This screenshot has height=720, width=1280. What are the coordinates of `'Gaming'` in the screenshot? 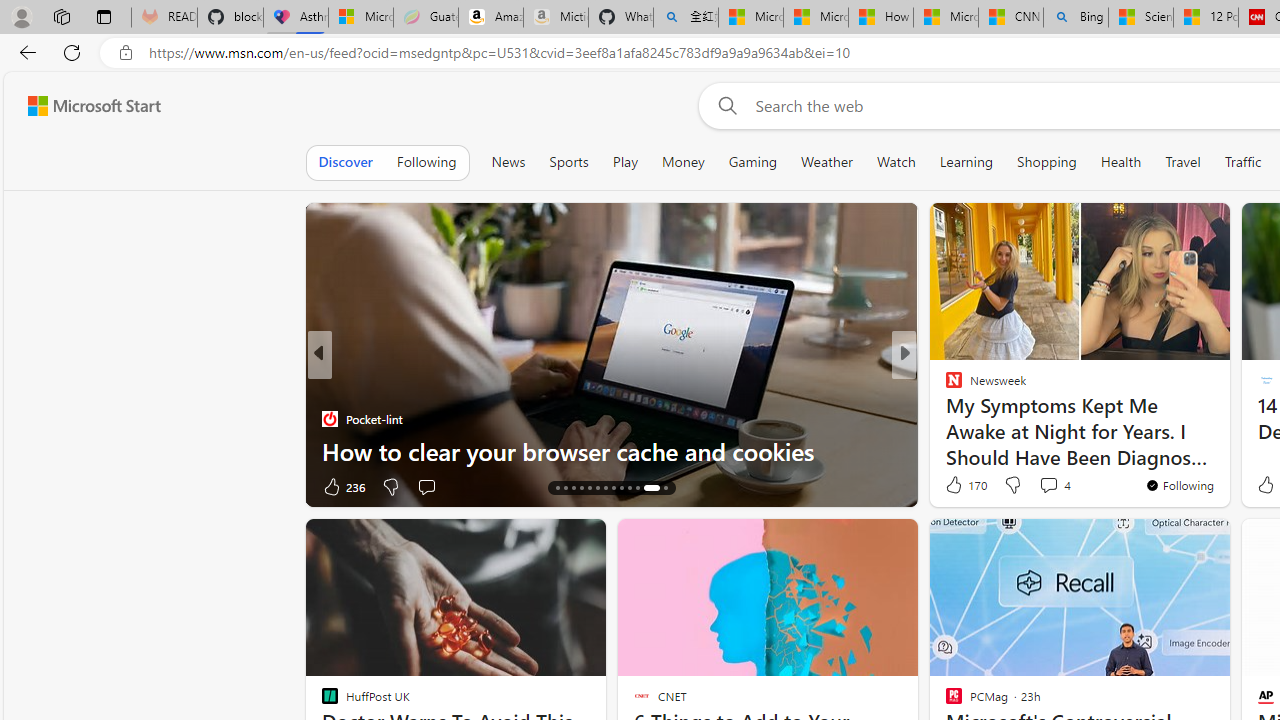 It's located at (751, 161).